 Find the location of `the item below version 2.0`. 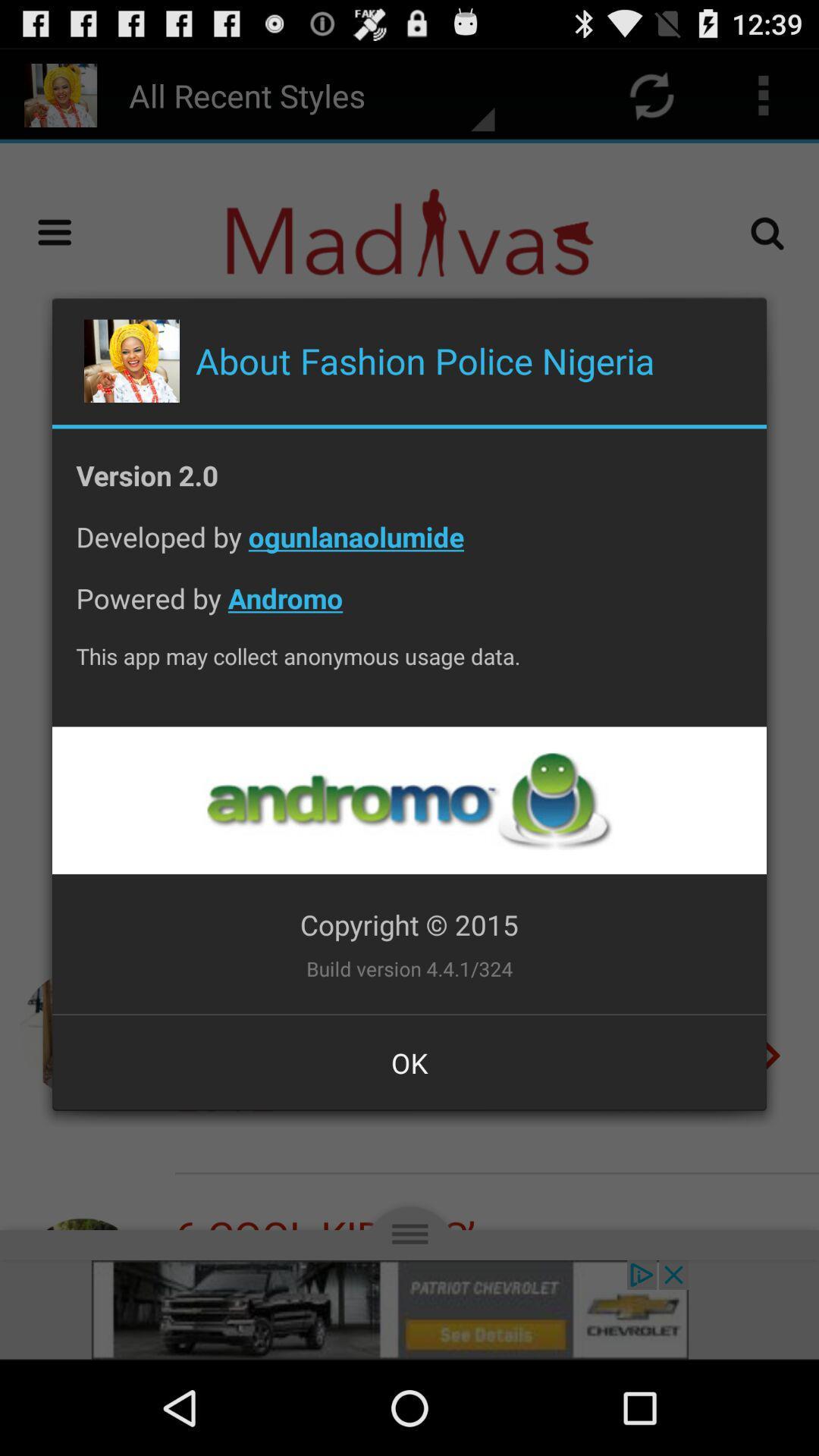

the item below version 2.0 is located at coordinates (409, 548).